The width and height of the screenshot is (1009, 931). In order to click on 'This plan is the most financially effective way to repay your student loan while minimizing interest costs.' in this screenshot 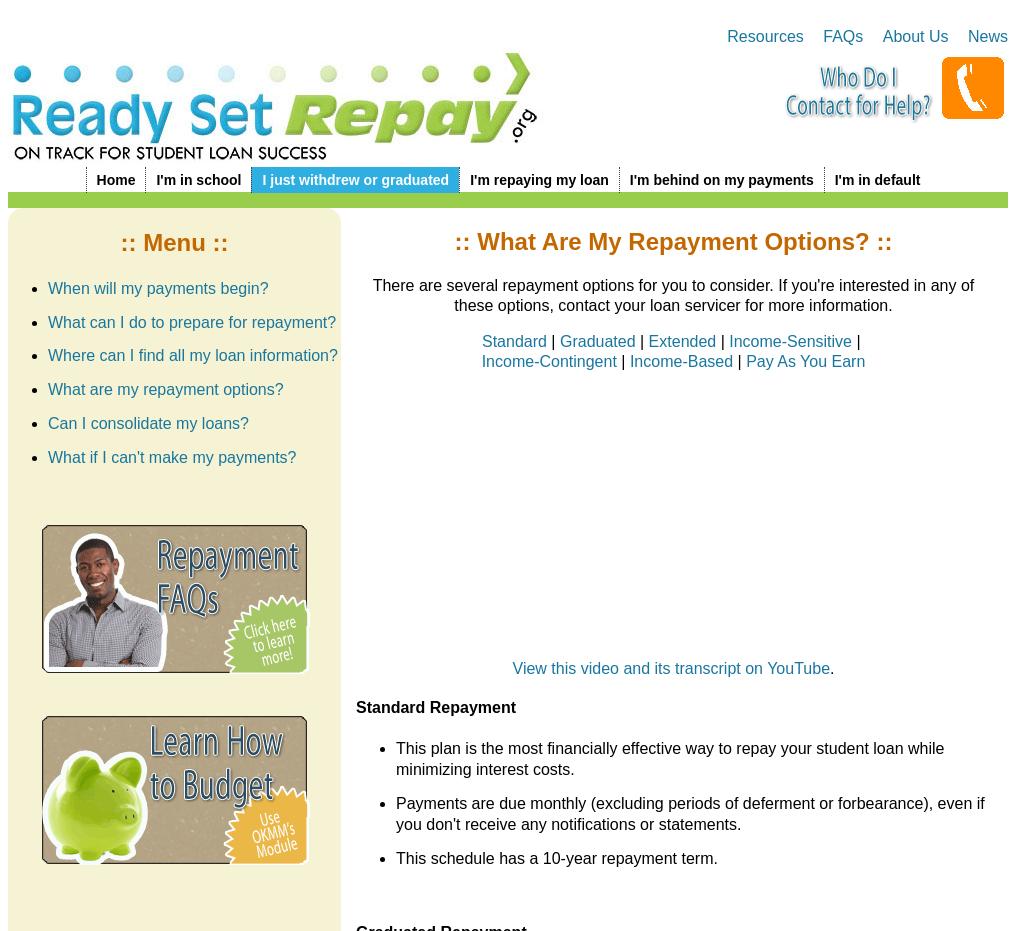, I will do `click(669, 759)`.